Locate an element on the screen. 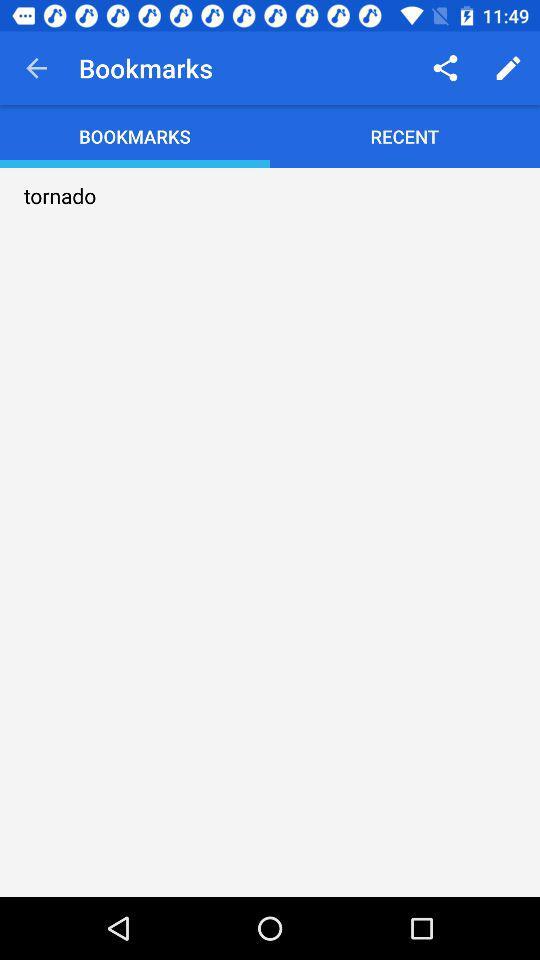 This screenshot has height=960, width=540. the icon to the right of the bookmarks app is located at coordinates (445, 68).